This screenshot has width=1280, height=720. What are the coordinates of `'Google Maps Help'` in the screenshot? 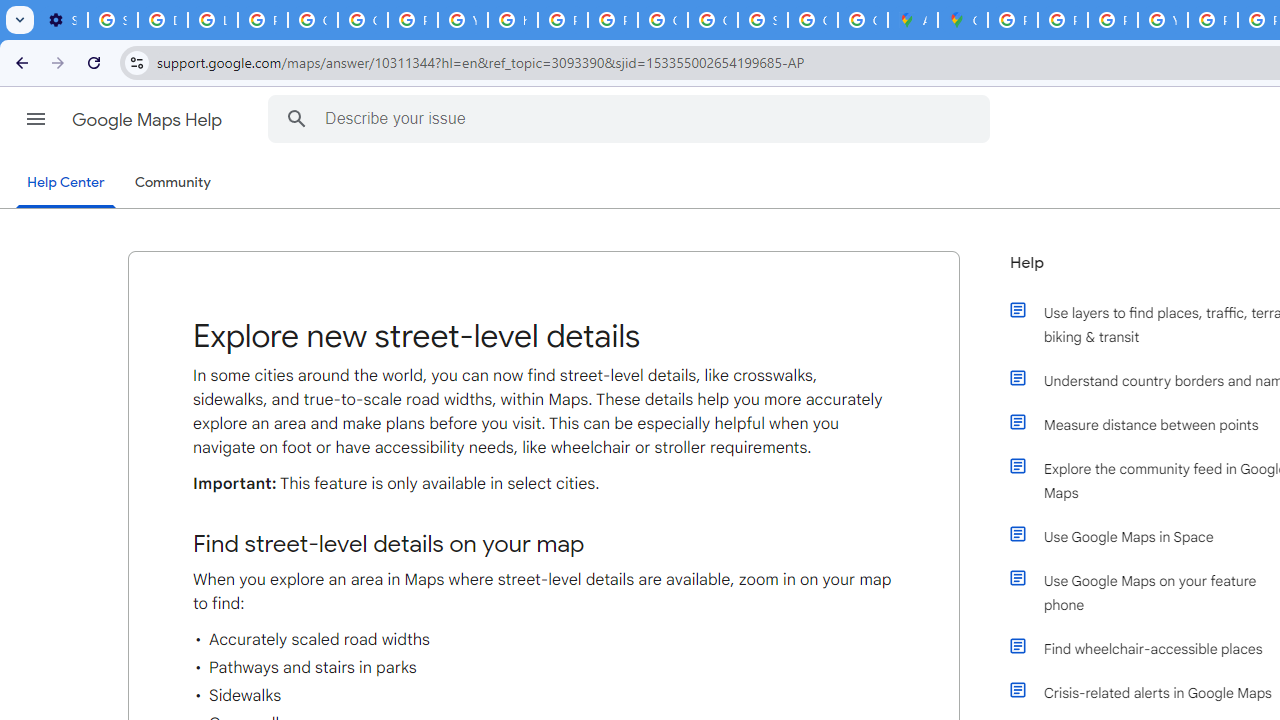 It's located at (148, 119).